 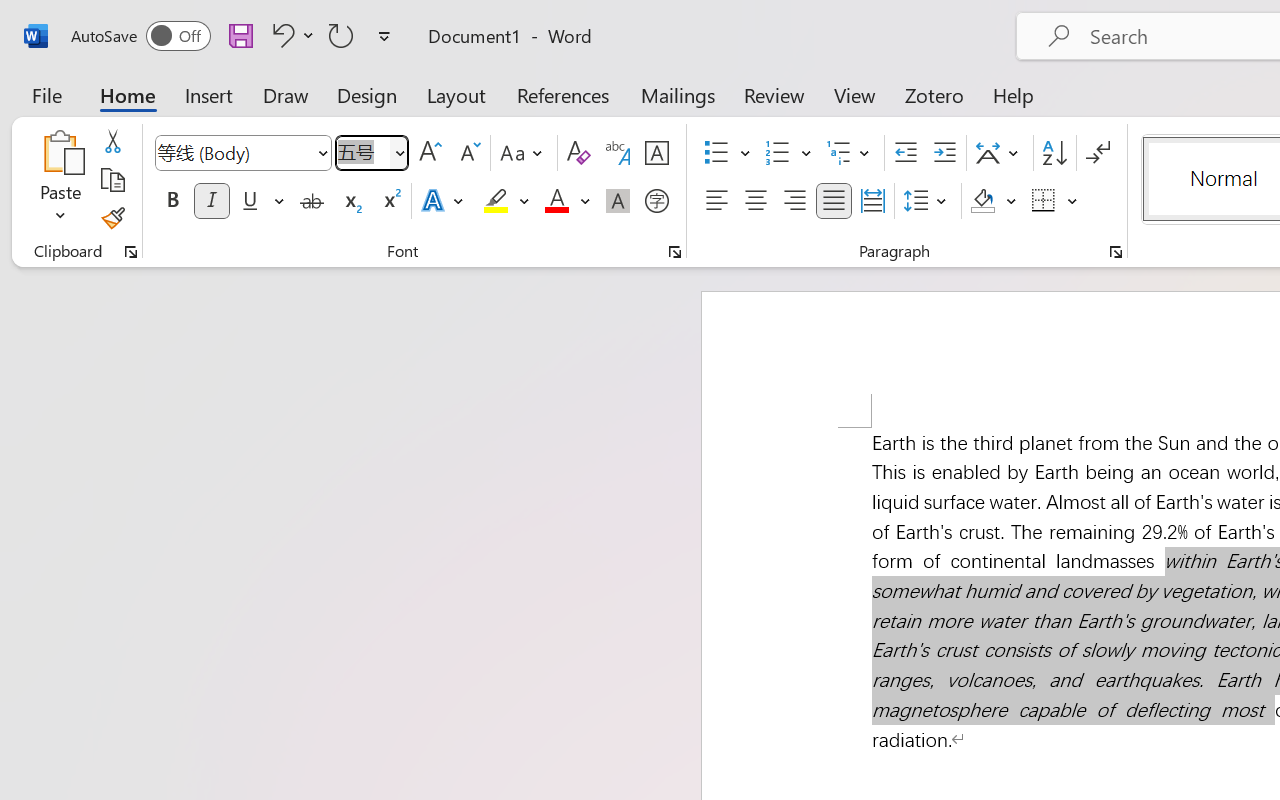 I want to click on 'Decrease Indent', so click(x=905, y=153).